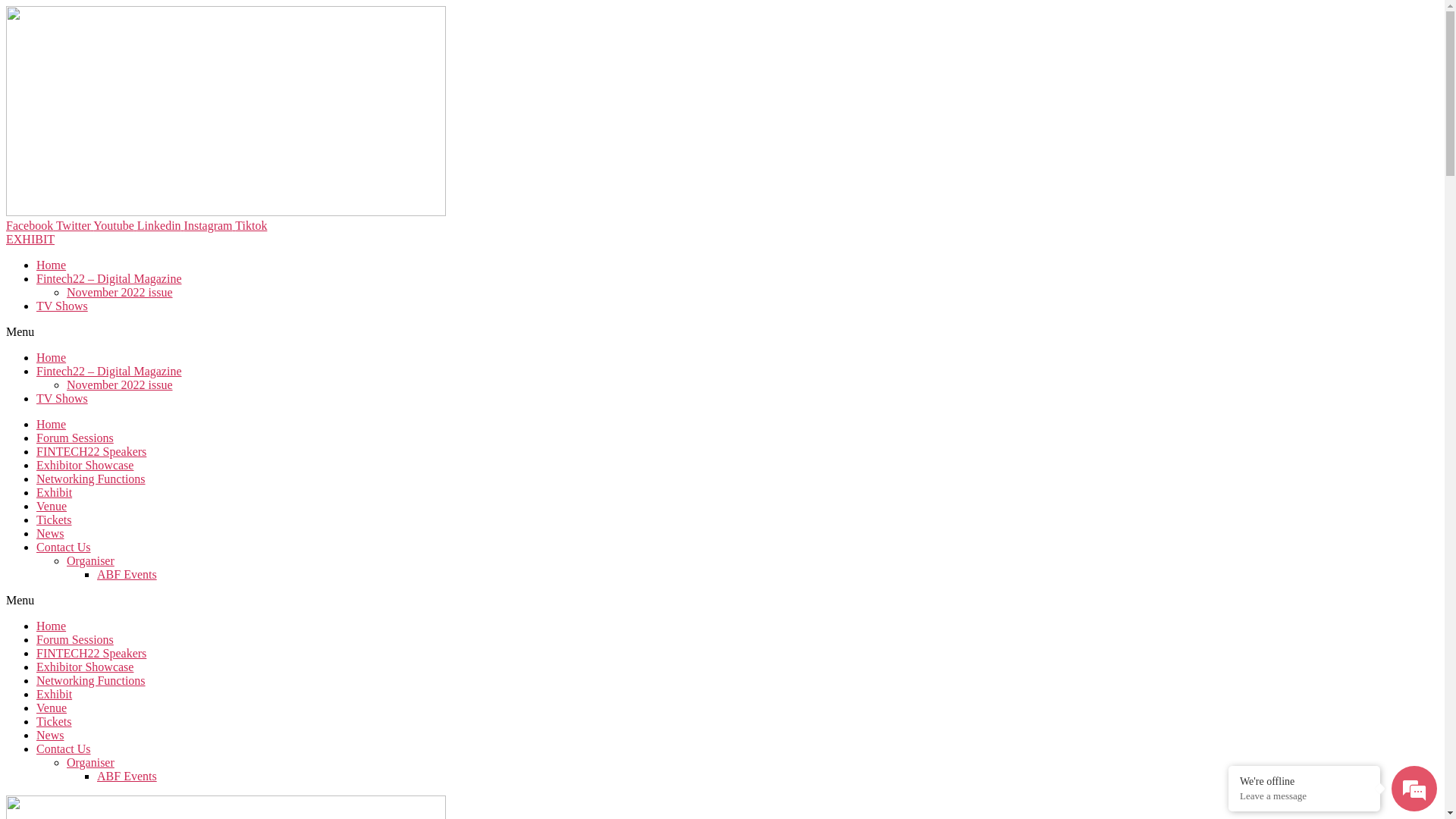  I want to click on 'Instagram', so click(209, 225).